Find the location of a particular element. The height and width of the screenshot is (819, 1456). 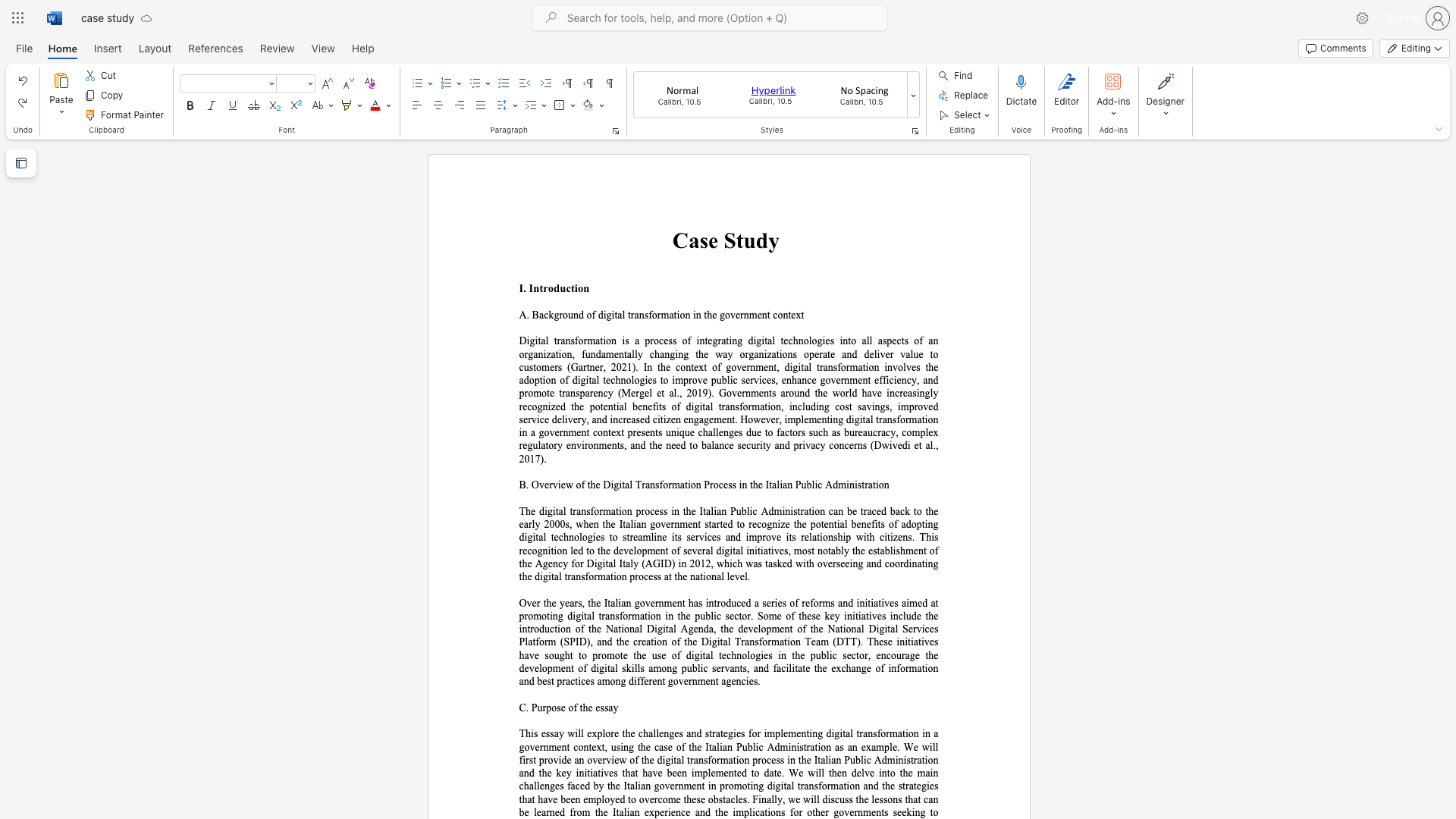

the subset text "es of reforms and initiatives aimed at promoting digital transformation in the public sector. Some of these key initiatives include the introduction of the National Digital Agenda, the development of the National Digital Services Platform (SPID), and the creation of the Digital Transformation Team (D" within the text "Over the years, the Italian government has introduced a series of reforms and initiatives aimed at promoting digital transformation in the public sector. Some of these key initiatives include the introduction of the National Digital Agenda, the development of the National Digital Services Platform (SPID), and the creation of the Digital Transformation Team (DTT). These initiatives have sought to promote the use of digital technologies in the public sector, encourage the development of digital skills among p" is located at coordinates (777, 602).